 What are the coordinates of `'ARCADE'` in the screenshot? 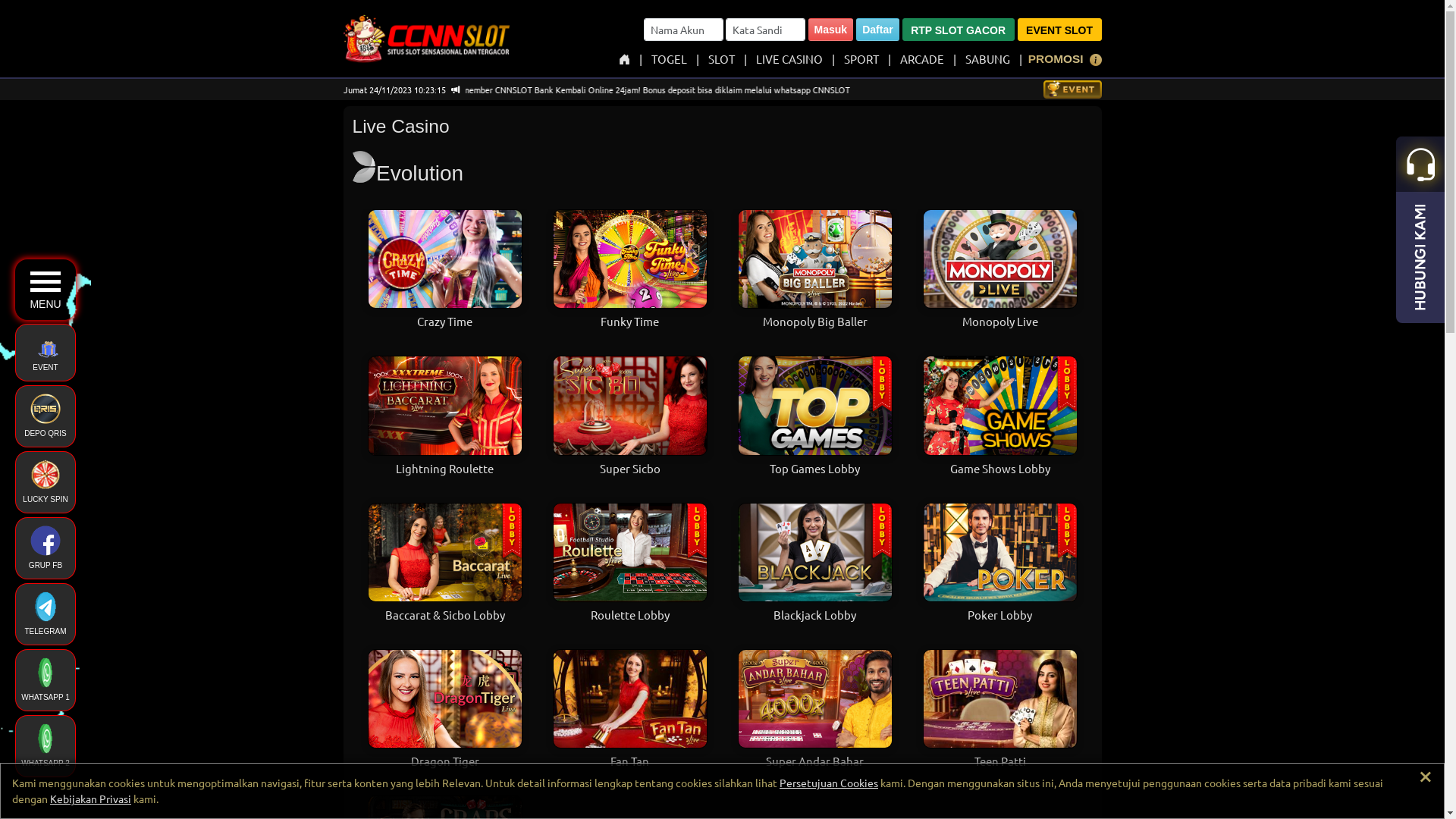 It's located at (921, 58).